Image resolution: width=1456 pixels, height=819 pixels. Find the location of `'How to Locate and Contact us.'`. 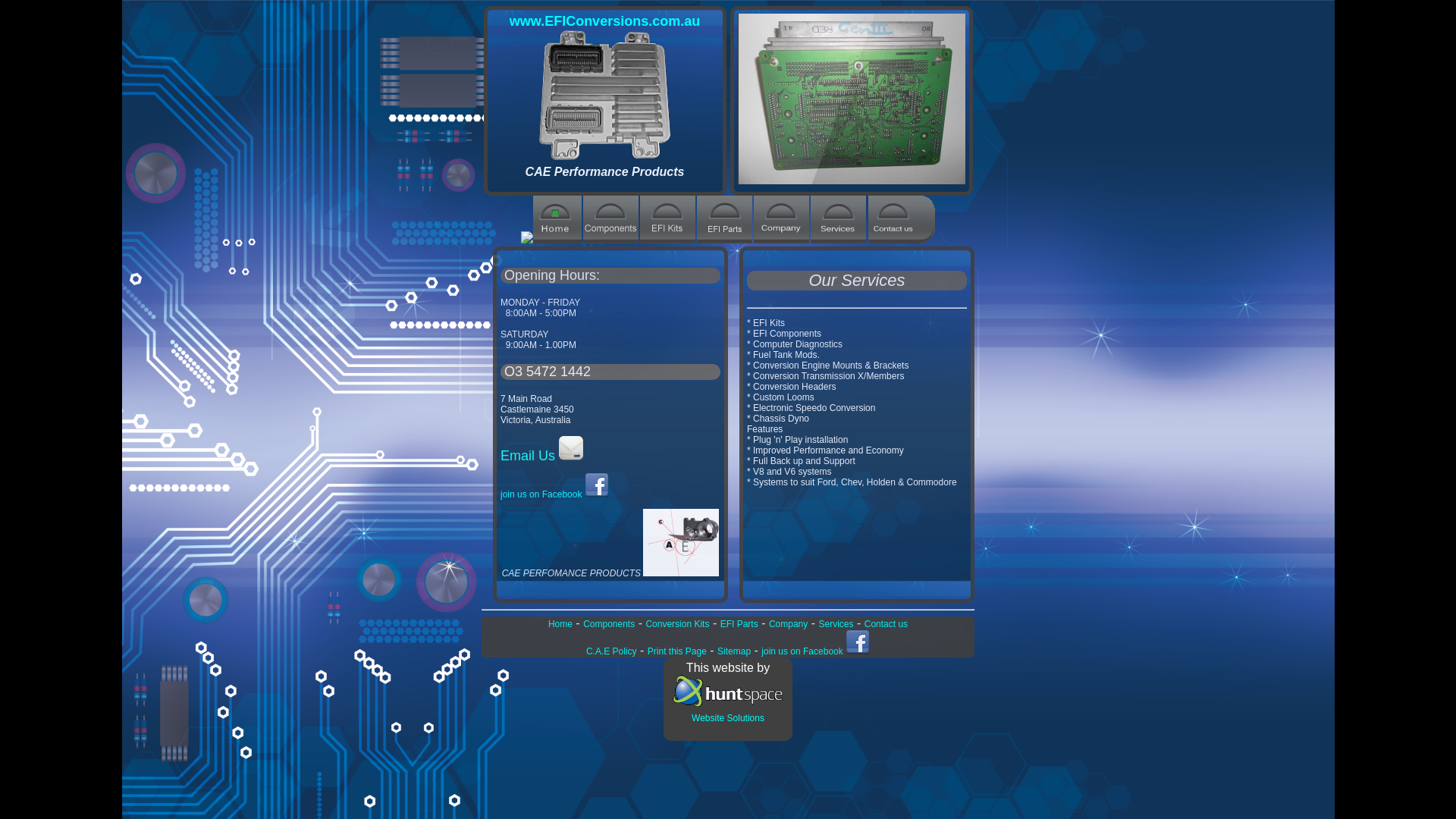

'How to Locate and Contact us.' is located at coordinates (868, 239).